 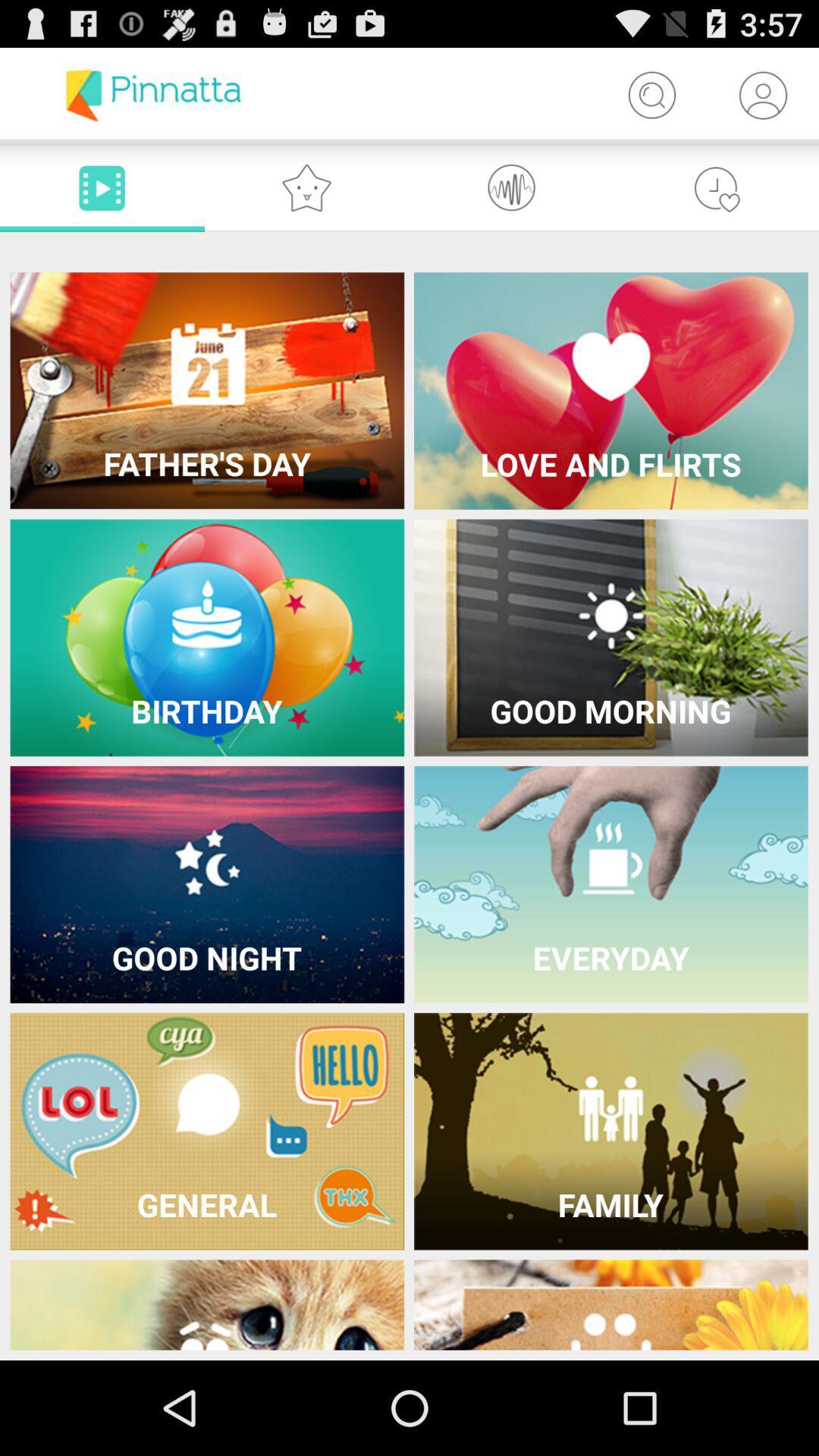 I want to click on search icon, so click(x=651, y=94).